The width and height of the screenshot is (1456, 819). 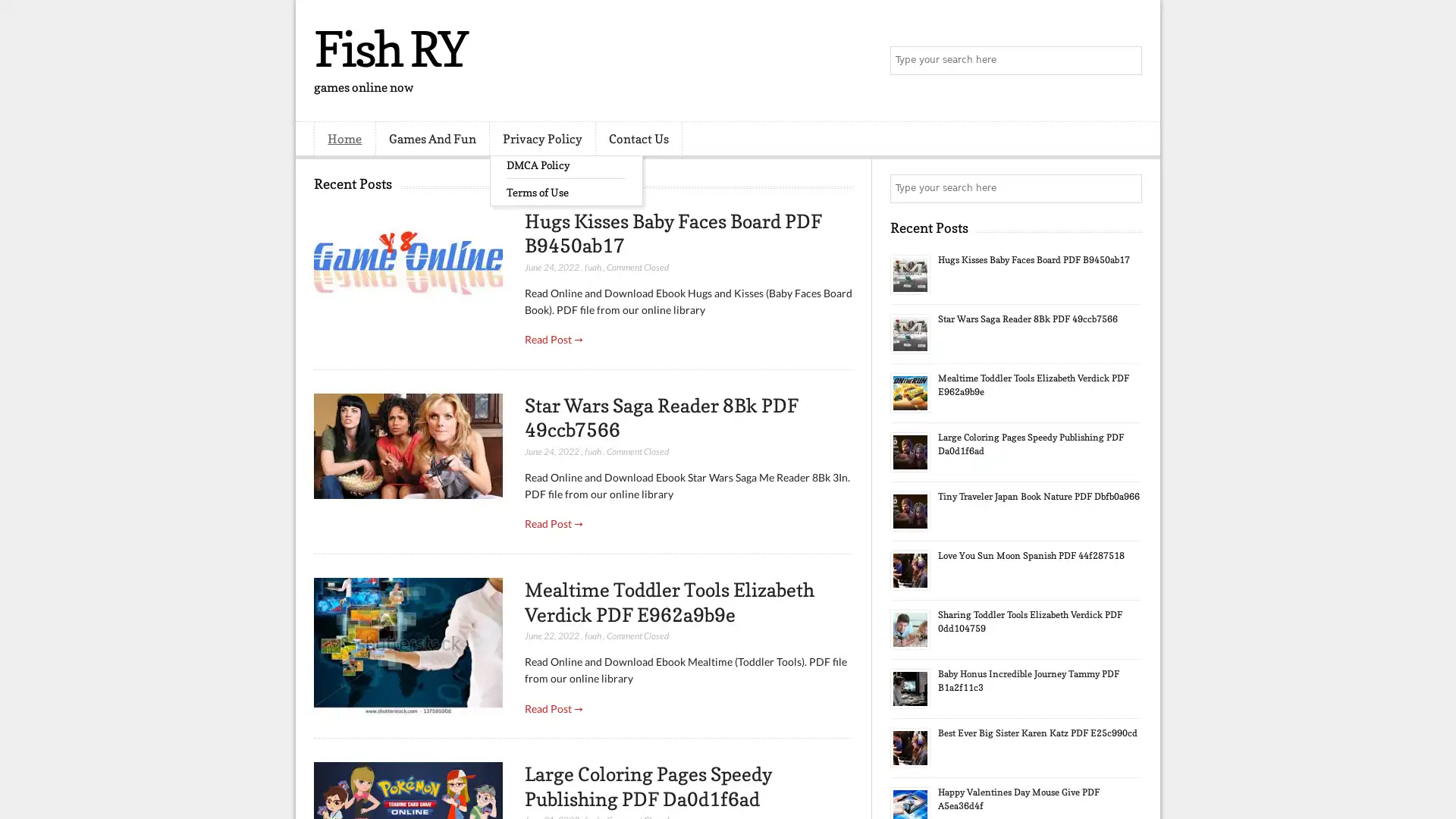 What do you see at coordinates (1126, 61) in the screenshot?
I see `Search` at bounding box center [1126, 61].